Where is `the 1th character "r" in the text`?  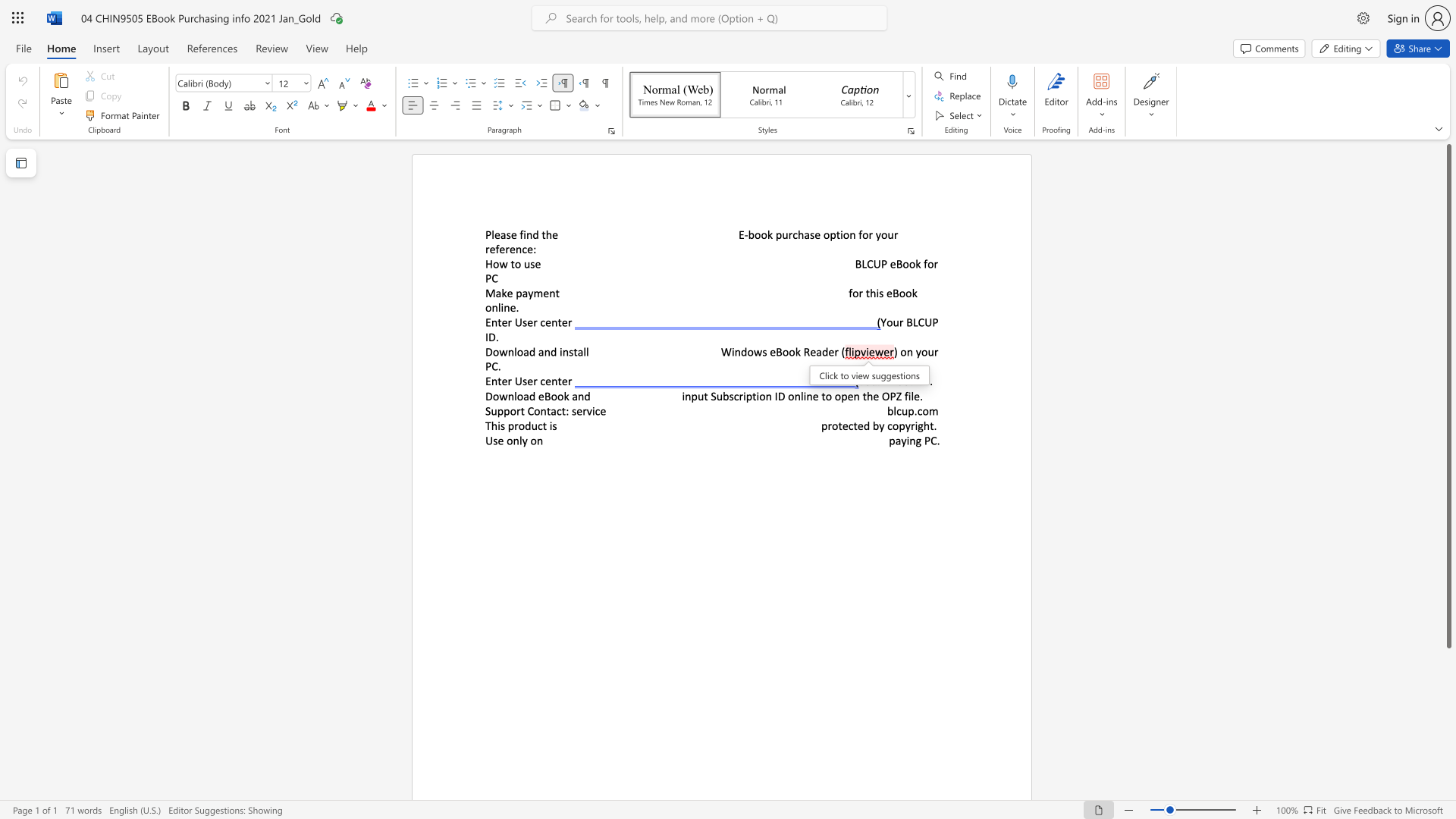 the 1th character "r" in the text is located at coordinates (510, 380).